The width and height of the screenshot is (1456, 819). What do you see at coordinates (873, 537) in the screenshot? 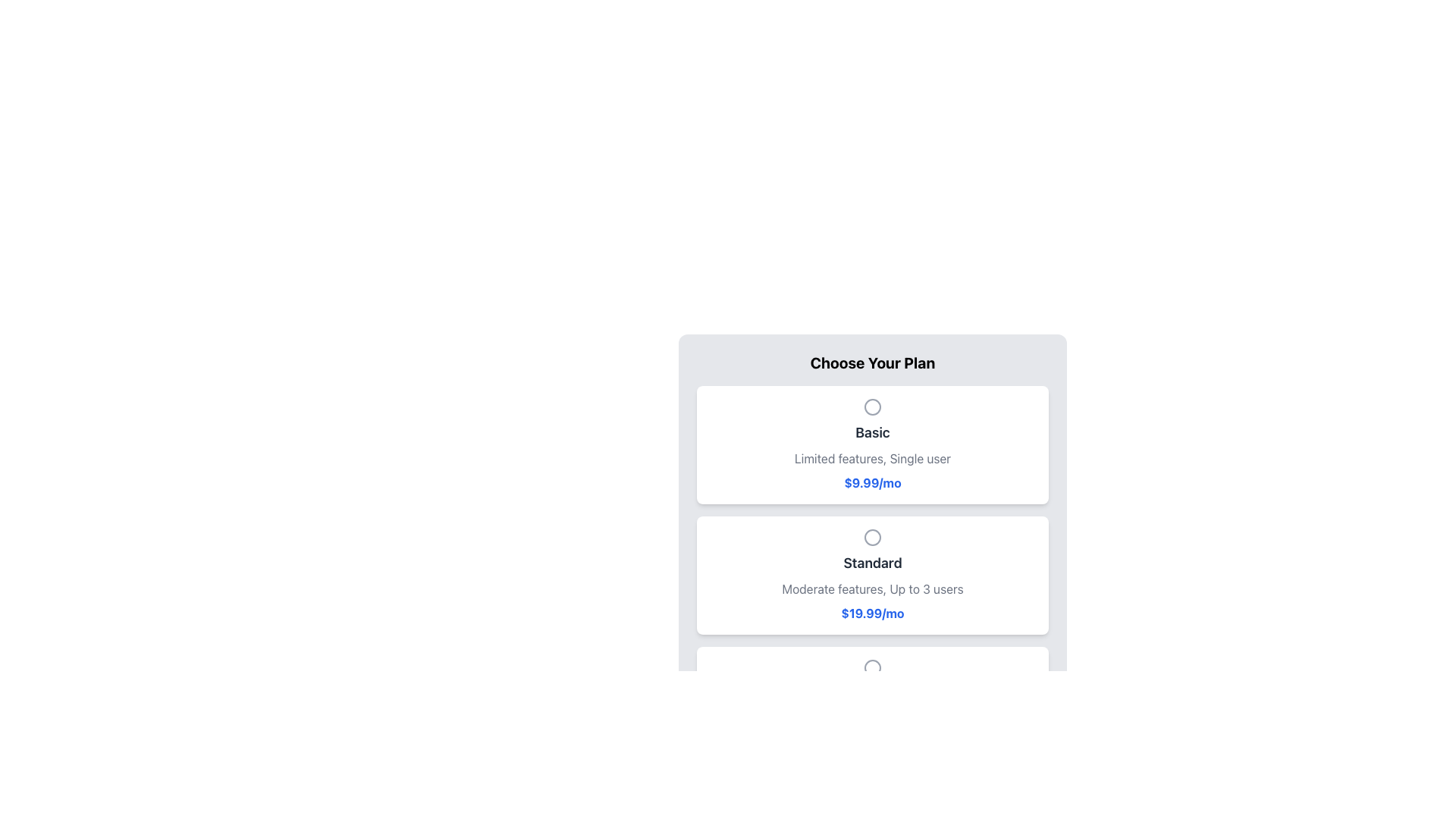
I see `the graphical icon located at the top of the 'Standard' plan card in the 'Choose Your Plan' section` at bounding box center [873, 537].